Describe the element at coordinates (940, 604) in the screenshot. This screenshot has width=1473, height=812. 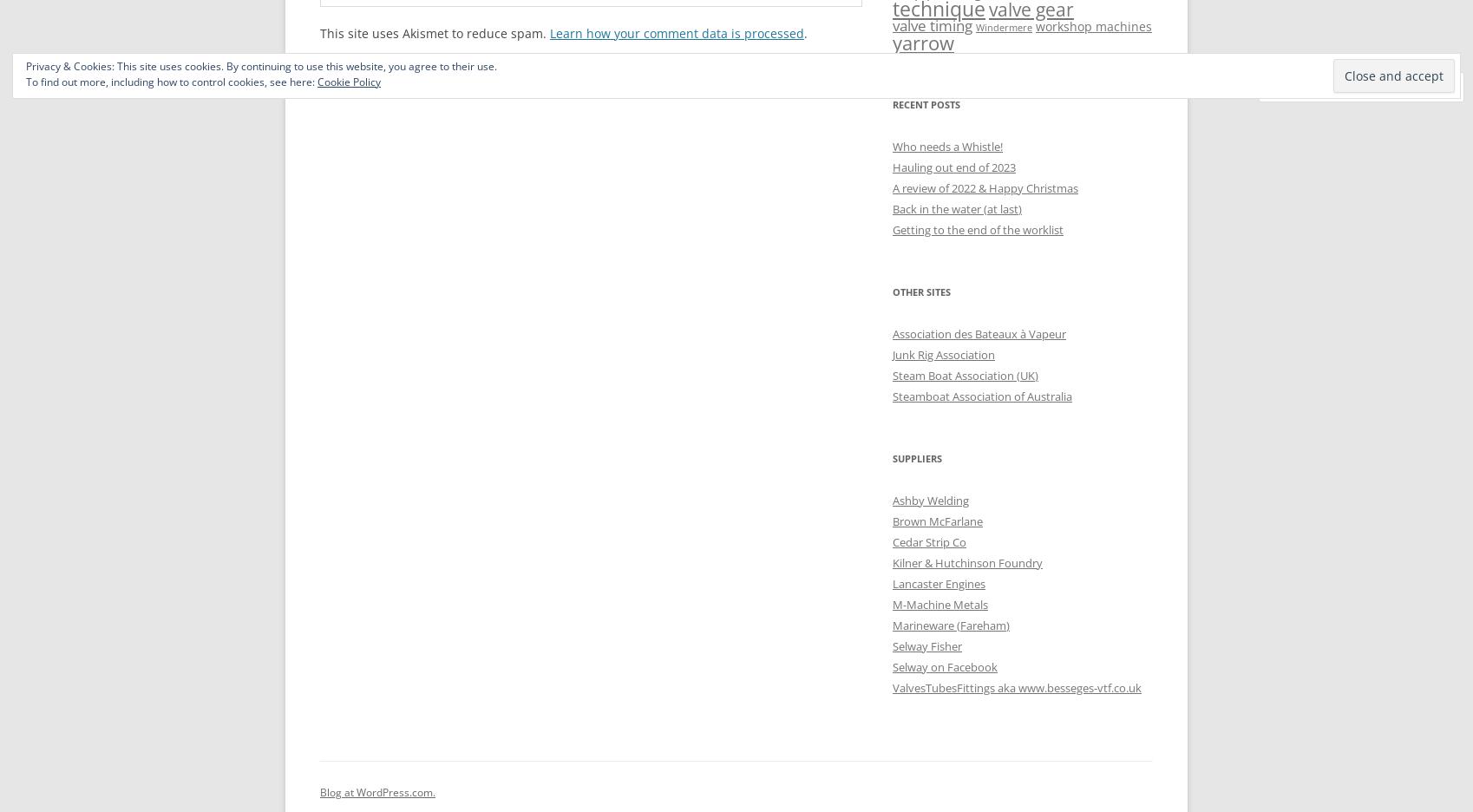
I see `'M-Machine Metals'` at that location.